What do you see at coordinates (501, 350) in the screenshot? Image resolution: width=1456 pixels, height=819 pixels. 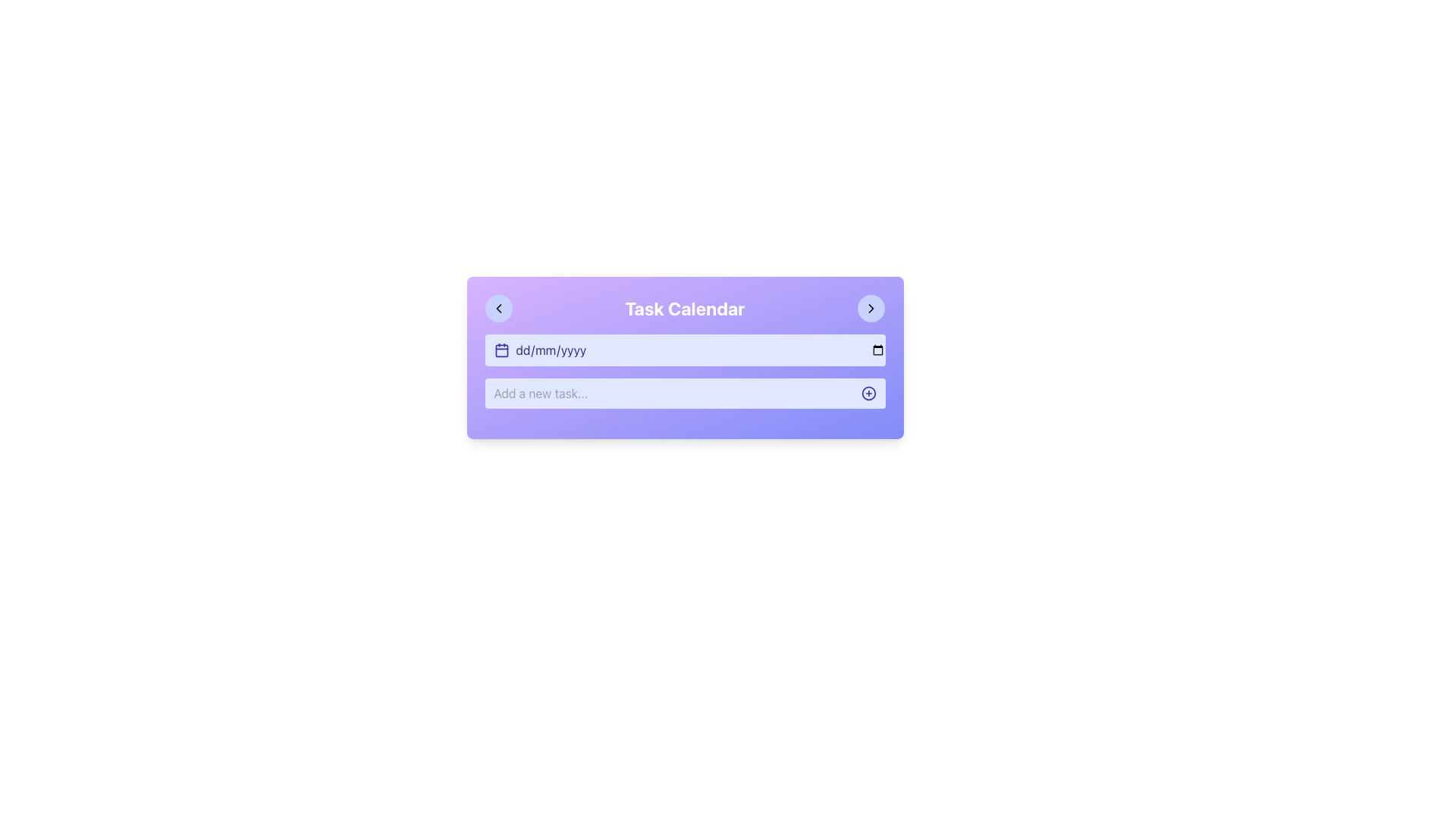 I see `the small indigo calendar icon located to the left of the date input field in the task calendar interface` at bounding box center [501, 350].